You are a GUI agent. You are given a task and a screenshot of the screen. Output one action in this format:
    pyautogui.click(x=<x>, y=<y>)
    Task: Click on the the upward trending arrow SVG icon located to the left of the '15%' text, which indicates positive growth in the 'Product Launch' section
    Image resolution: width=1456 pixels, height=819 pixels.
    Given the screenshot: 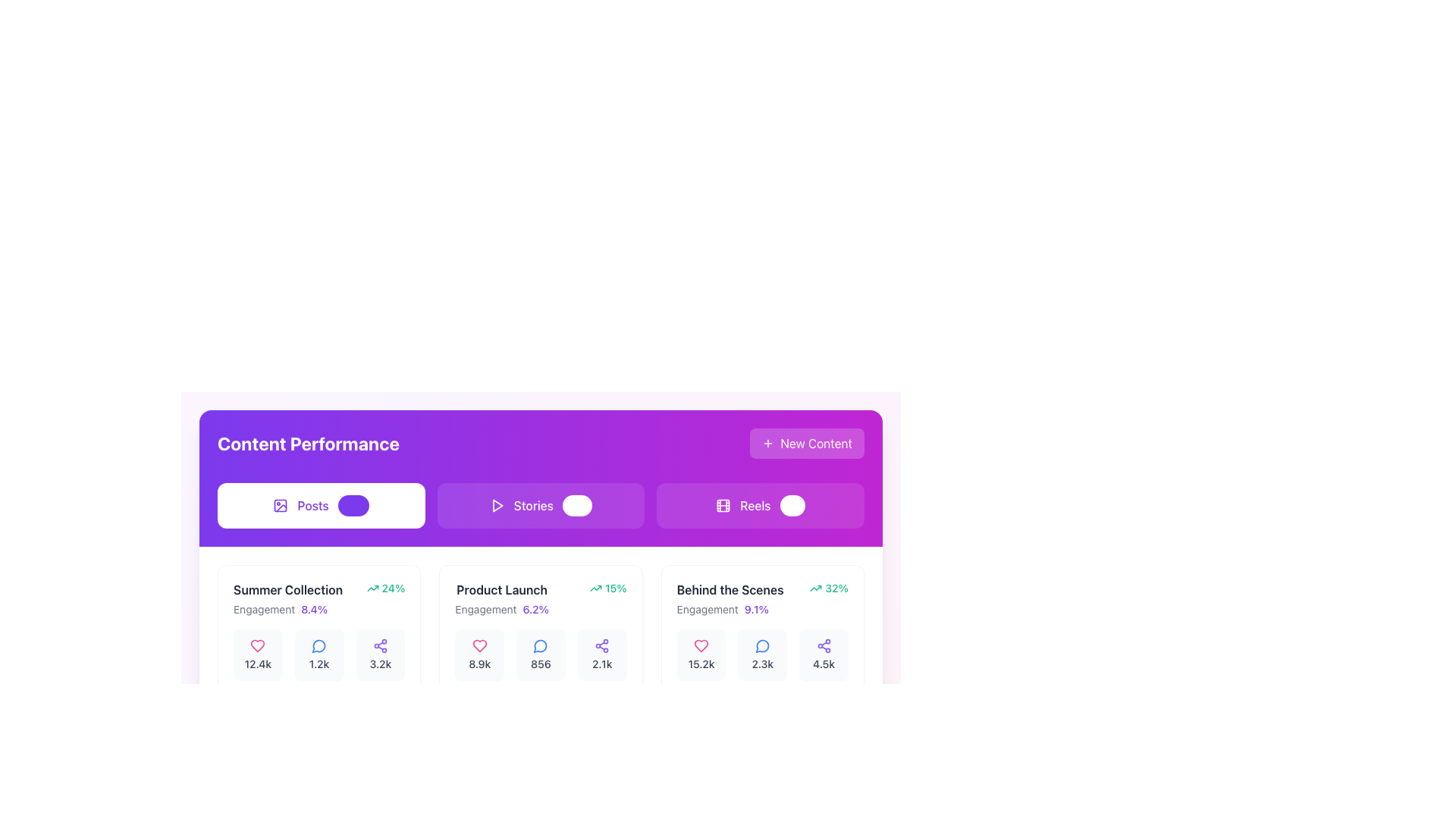 What is the action you would take?
    pyautogui.click(x=595, y=587)
    